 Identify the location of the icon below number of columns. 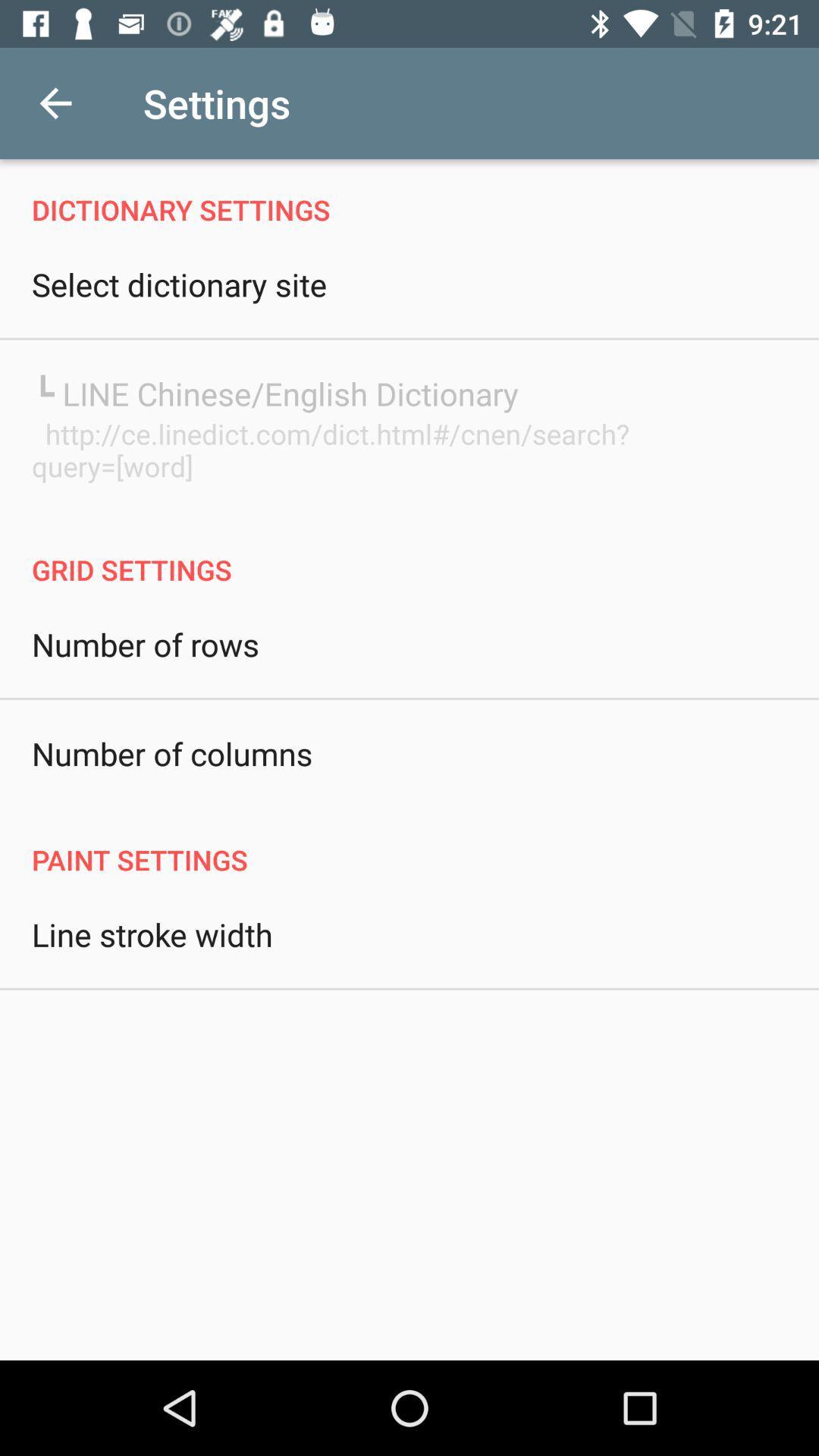
(409, 843).